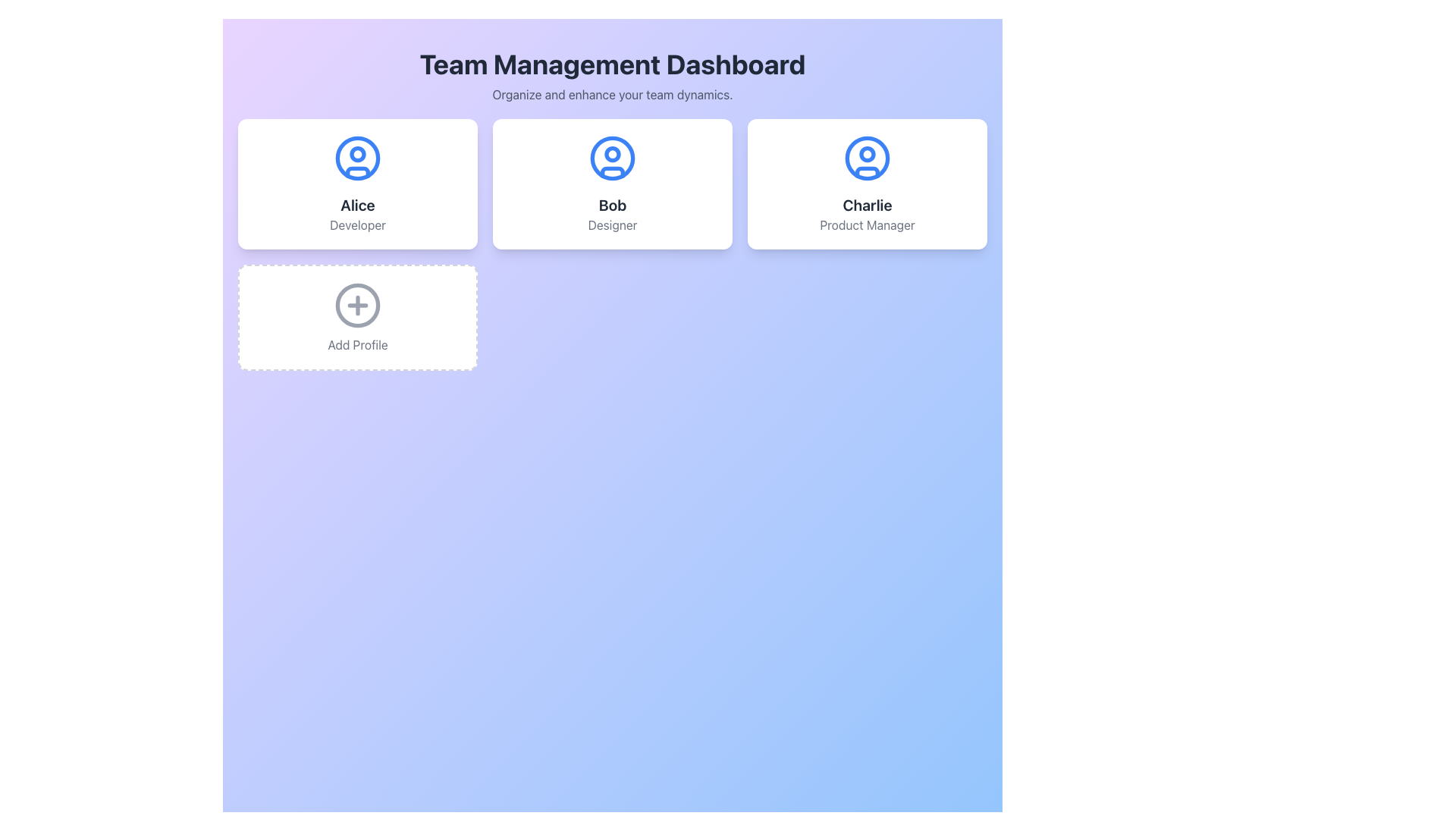 The height and width of the screenshot is (819, 1456). Describe the element at coordinates (356, 158) in the screenshot. I see `the user avatar icon representing Alice, who is labeled as a 'Developer', located at the center of the card within a three-card layout` at that location.